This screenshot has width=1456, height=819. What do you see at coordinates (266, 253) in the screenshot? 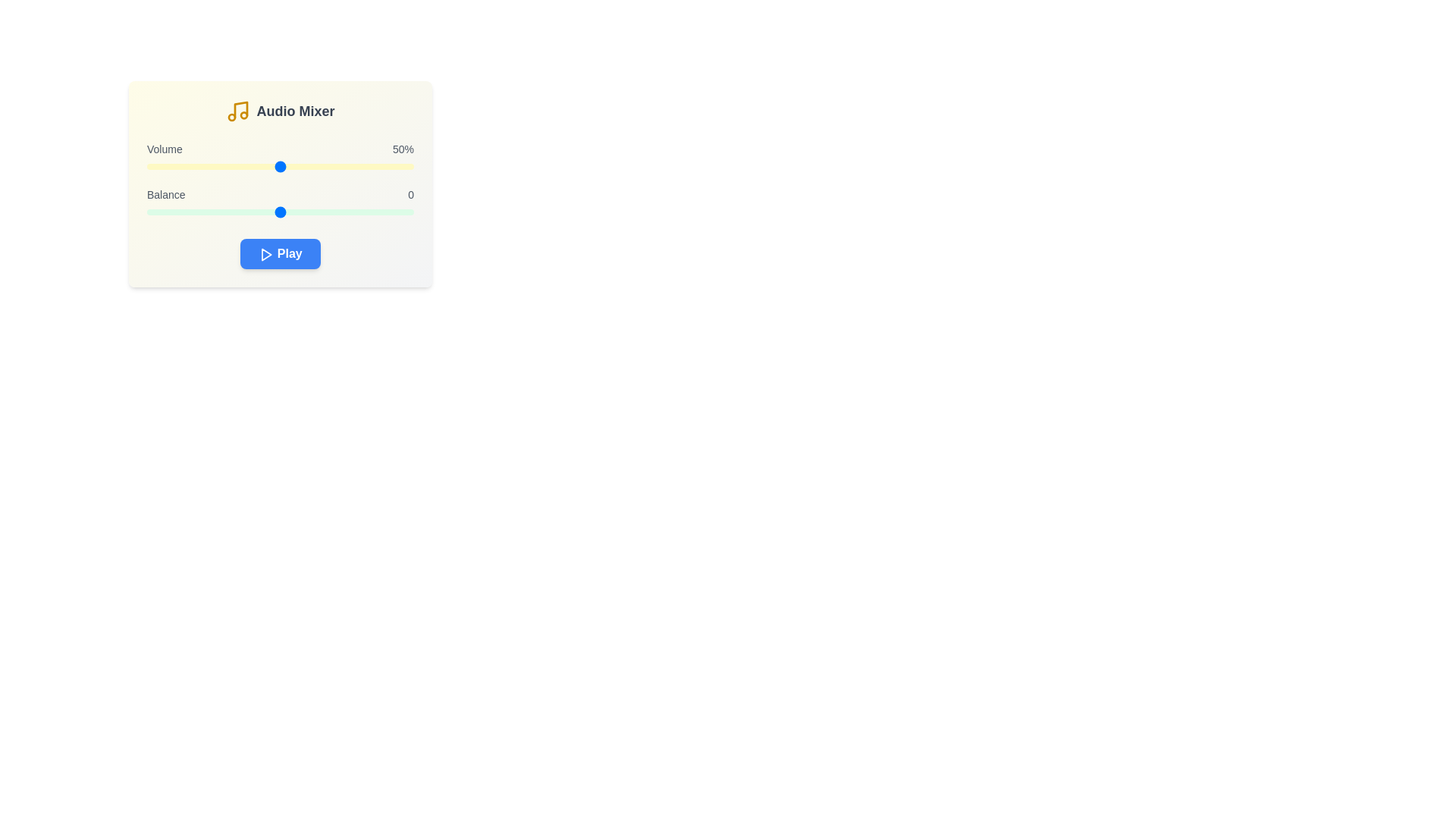
I see `the play icon, which is a right-facing triangle within a blue button labeled 'Play' at the bottom of the 'Audio Mixer' panel` at bounding box center [266, 253].